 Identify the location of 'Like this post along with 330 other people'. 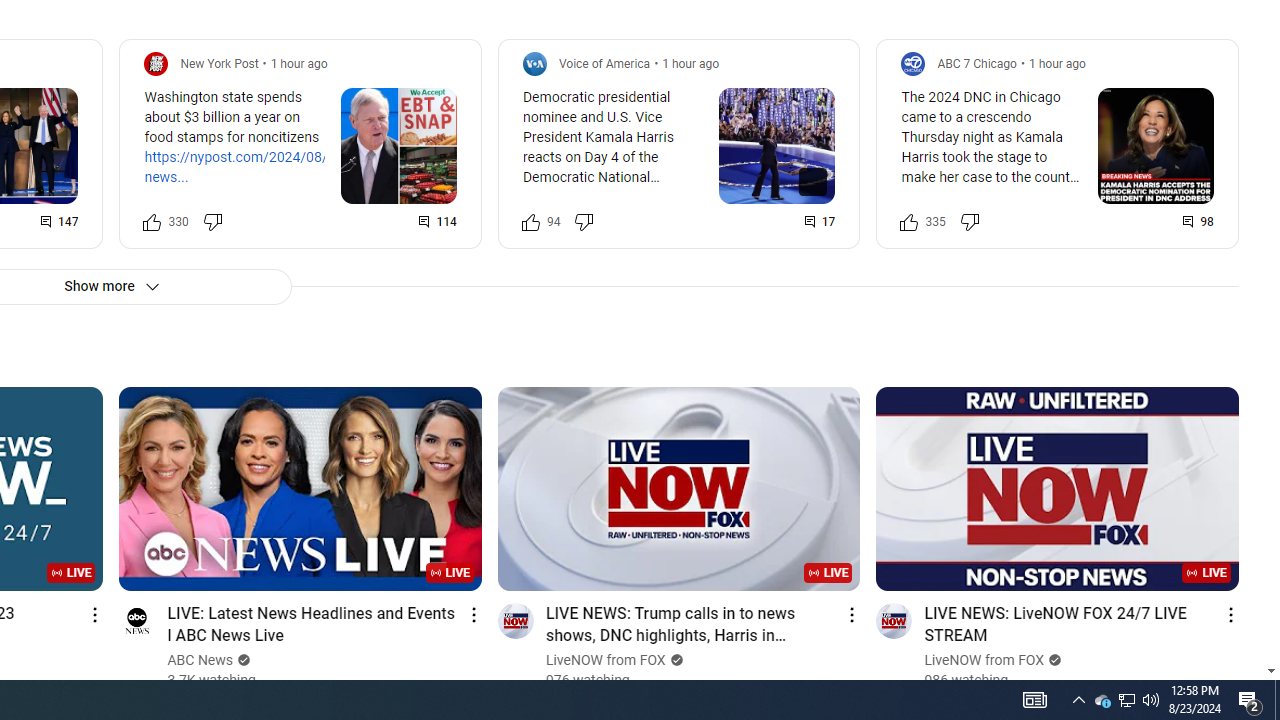
(151, 221).